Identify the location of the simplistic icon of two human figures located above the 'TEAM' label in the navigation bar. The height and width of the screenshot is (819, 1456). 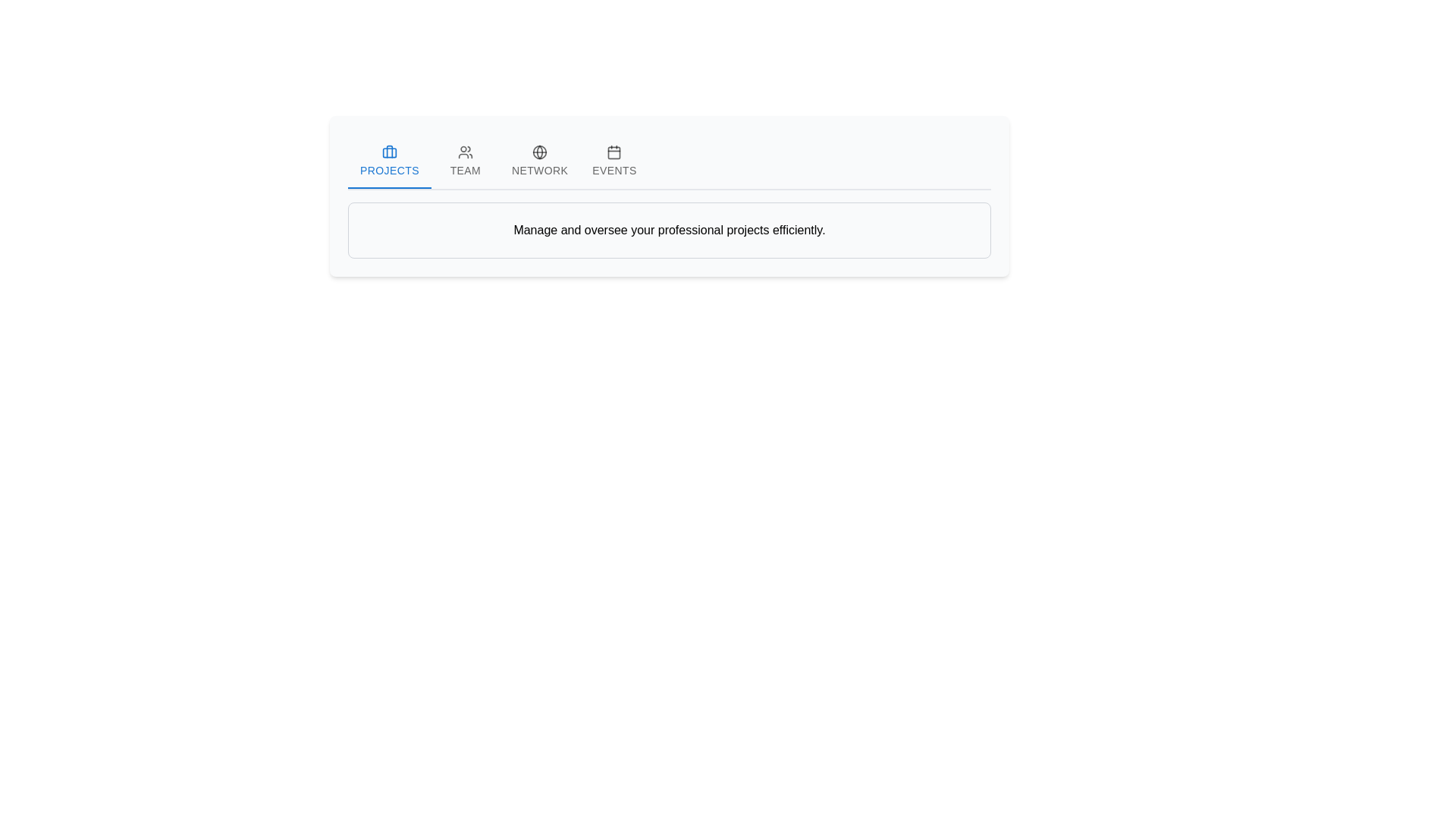
(464, 152).